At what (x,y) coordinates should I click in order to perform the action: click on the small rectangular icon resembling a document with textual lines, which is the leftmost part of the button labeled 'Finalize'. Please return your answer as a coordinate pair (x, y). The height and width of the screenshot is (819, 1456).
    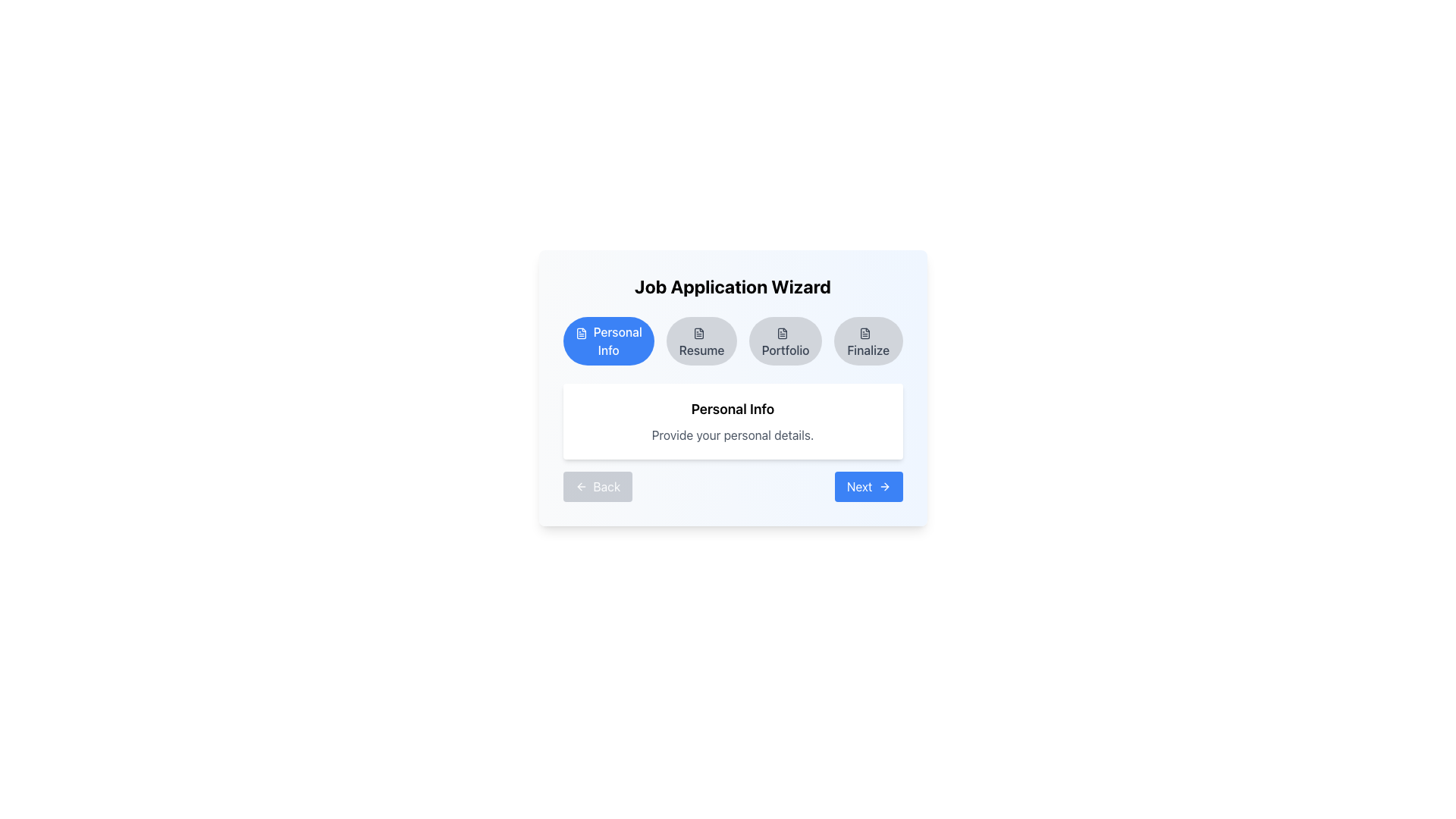
    Looking at the image, I should click on (865, 332).